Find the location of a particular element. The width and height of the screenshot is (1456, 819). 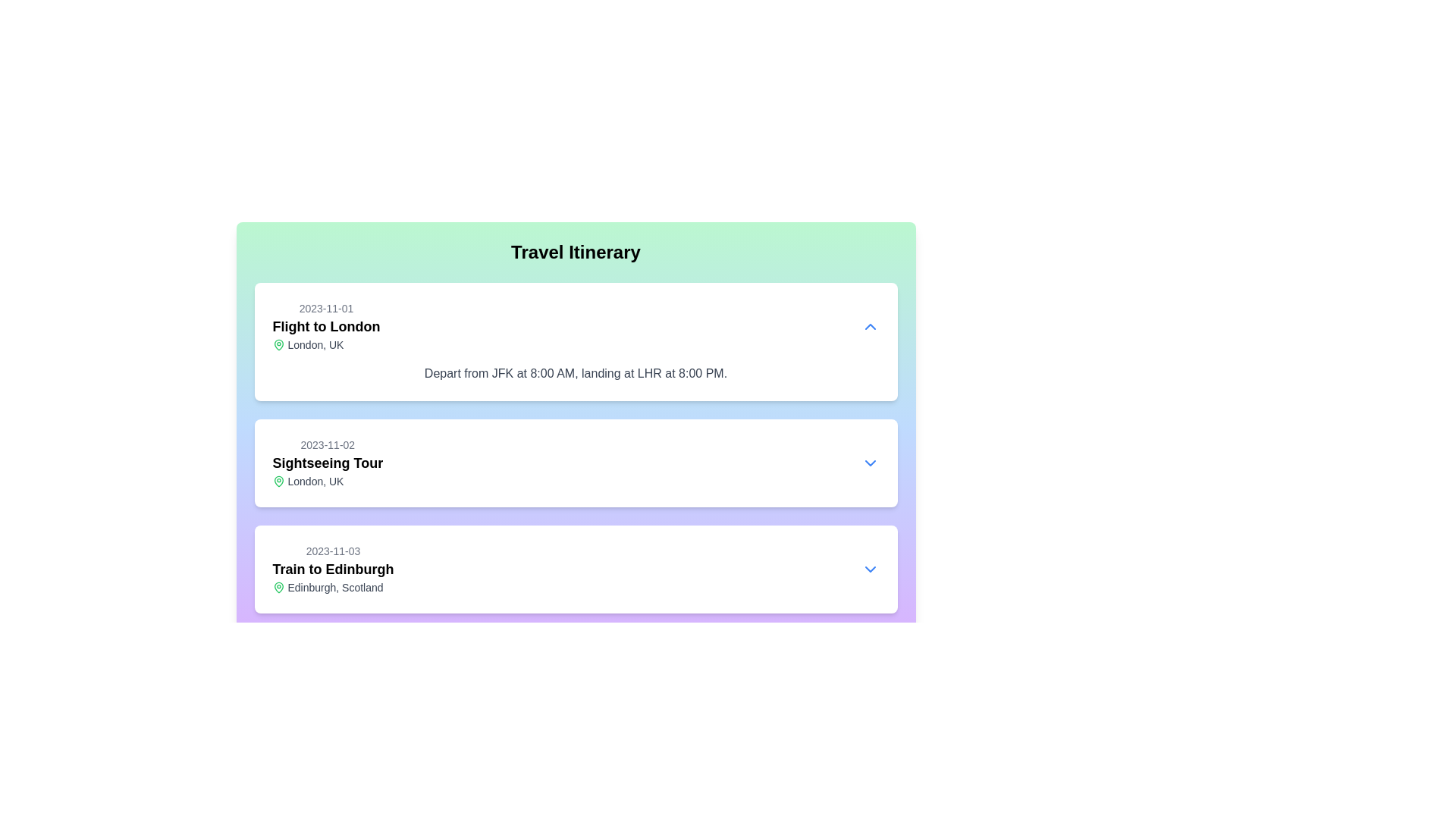

the text displaying 'London, UK' located beneath the 'Flight to London' title to show more details about the location is located at coordinates (325, 345).